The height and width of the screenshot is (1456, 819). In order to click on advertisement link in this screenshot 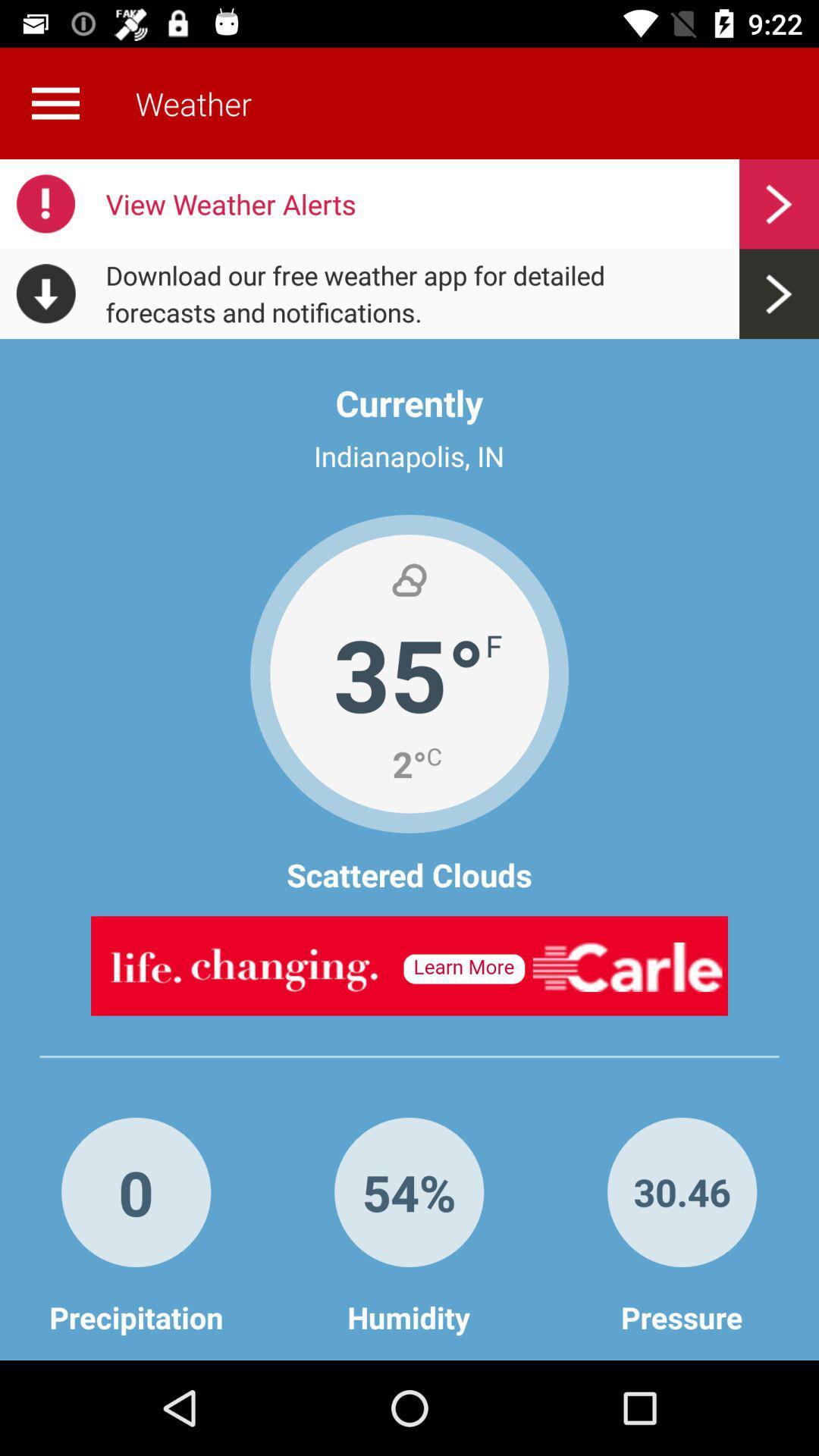, I will do `click(409, 965)`.